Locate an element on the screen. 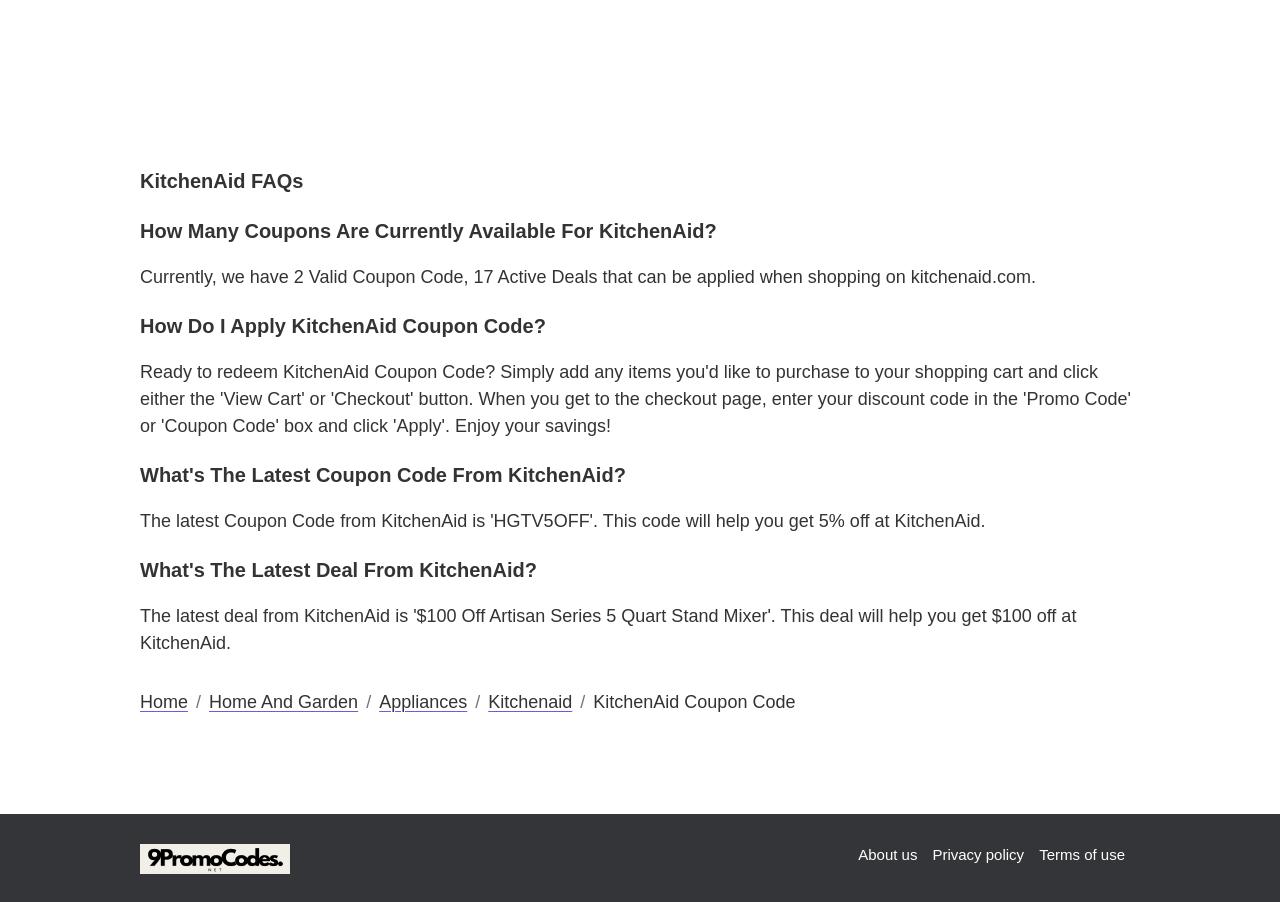 This screenshot has width=1280, height=902. 'Home' is located at coordinates (139, 701).